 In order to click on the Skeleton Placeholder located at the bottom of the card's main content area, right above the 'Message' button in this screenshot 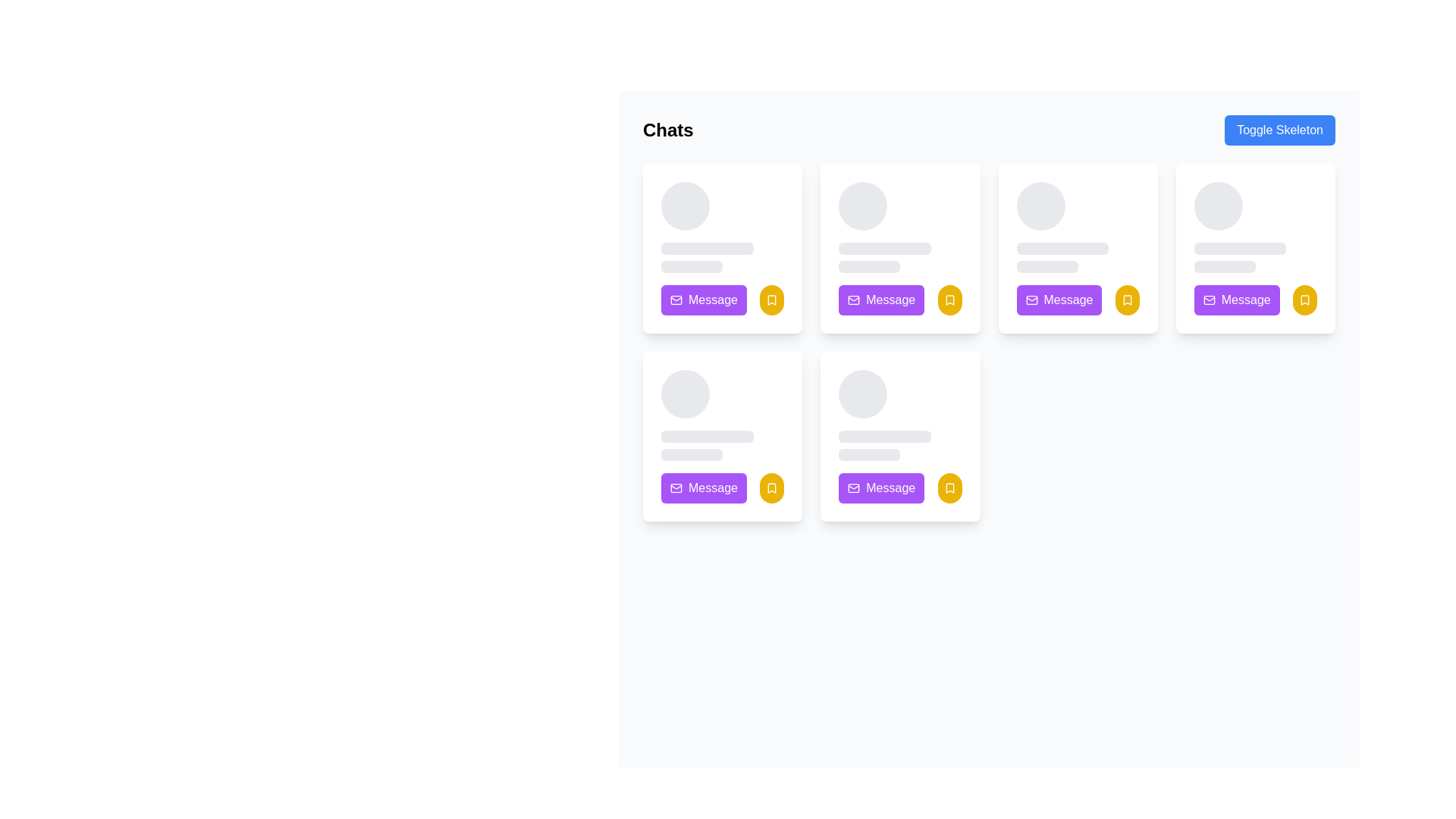, I will do `click(691, 265)`.